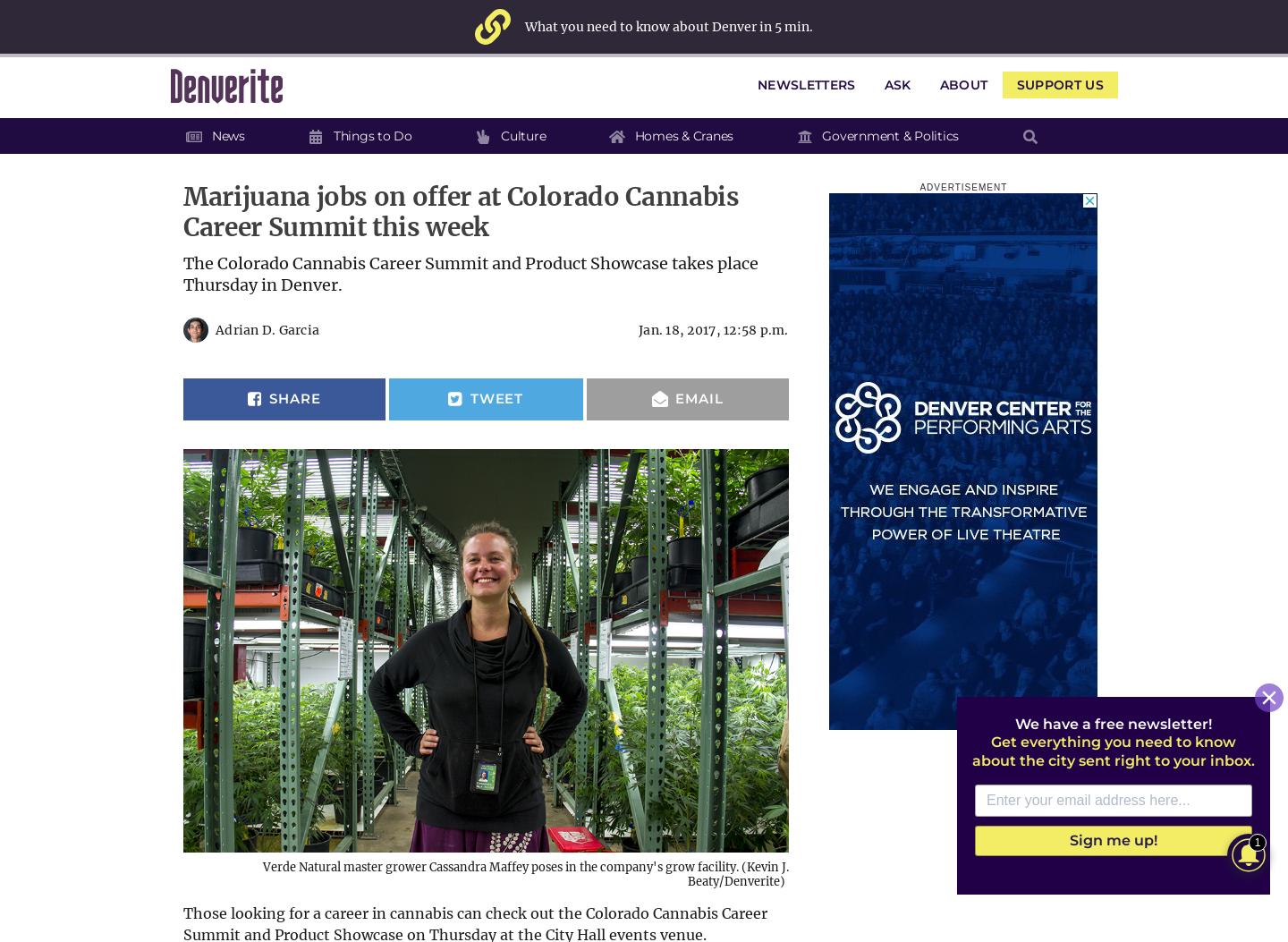  Describe the element at coordinates (226, 134) in the screenshot. I see `'News'` at that location.